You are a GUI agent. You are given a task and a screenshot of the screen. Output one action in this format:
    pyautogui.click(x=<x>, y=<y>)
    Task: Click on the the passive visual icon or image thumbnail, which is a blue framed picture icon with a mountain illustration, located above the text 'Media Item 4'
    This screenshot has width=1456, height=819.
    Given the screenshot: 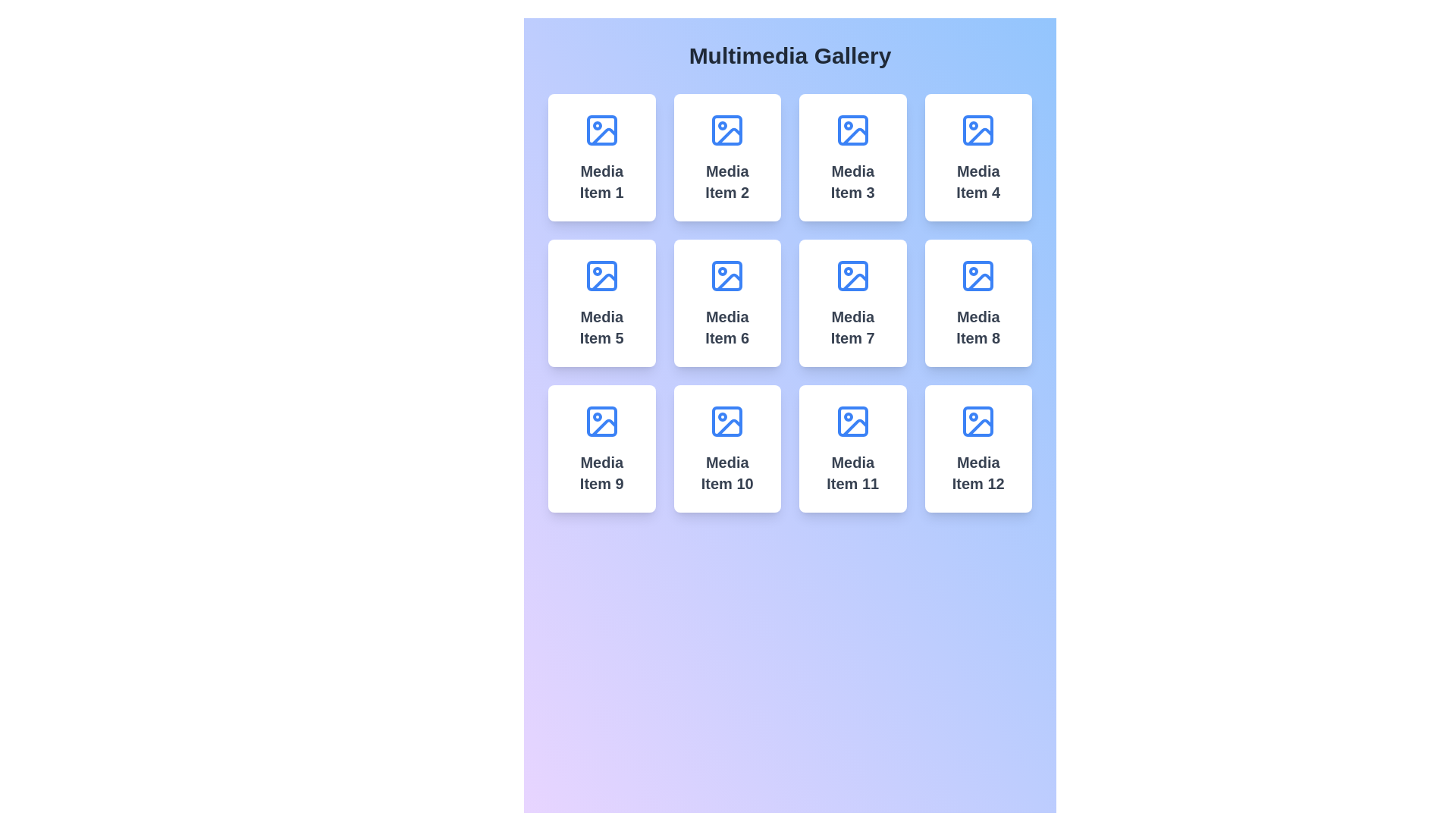 What is the action you would take?
    pyautogui.click(x=978, y=130)
    